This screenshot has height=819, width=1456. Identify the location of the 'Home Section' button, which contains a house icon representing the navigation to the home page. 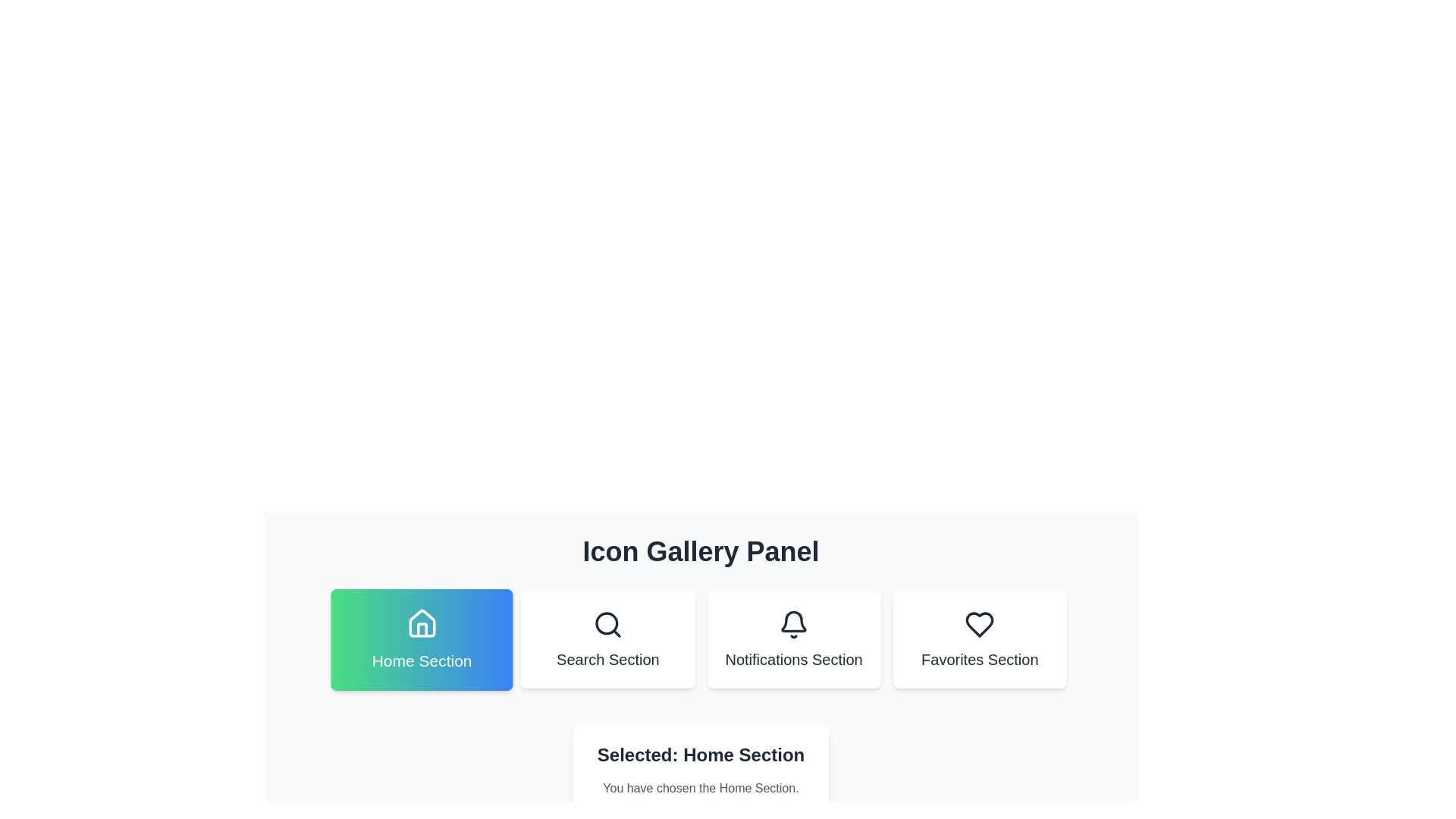
(422, 623).